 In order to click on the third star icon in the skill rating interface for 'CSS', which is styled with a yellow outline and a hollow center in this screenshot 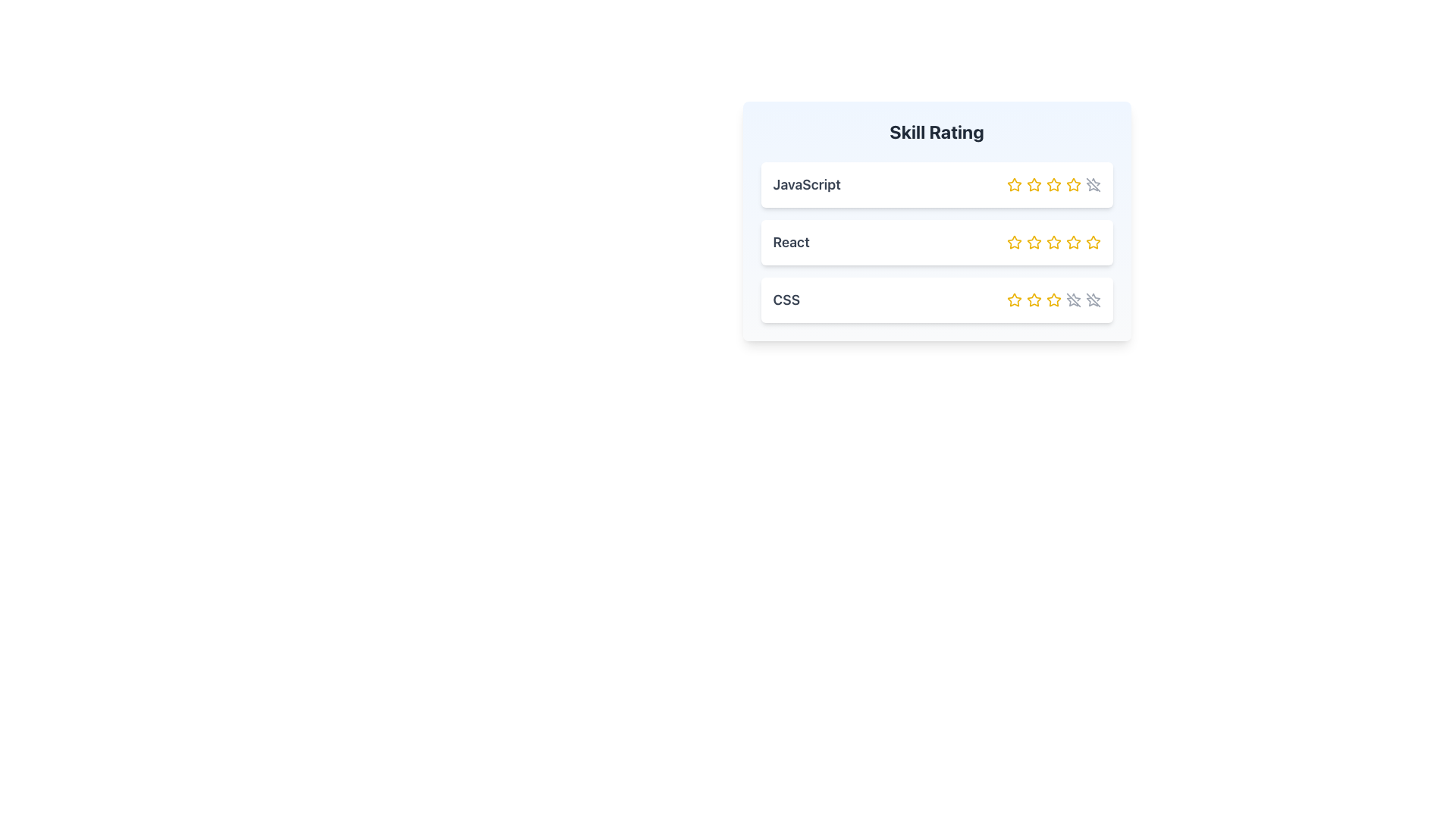, I will do `click(1033, 300)`.